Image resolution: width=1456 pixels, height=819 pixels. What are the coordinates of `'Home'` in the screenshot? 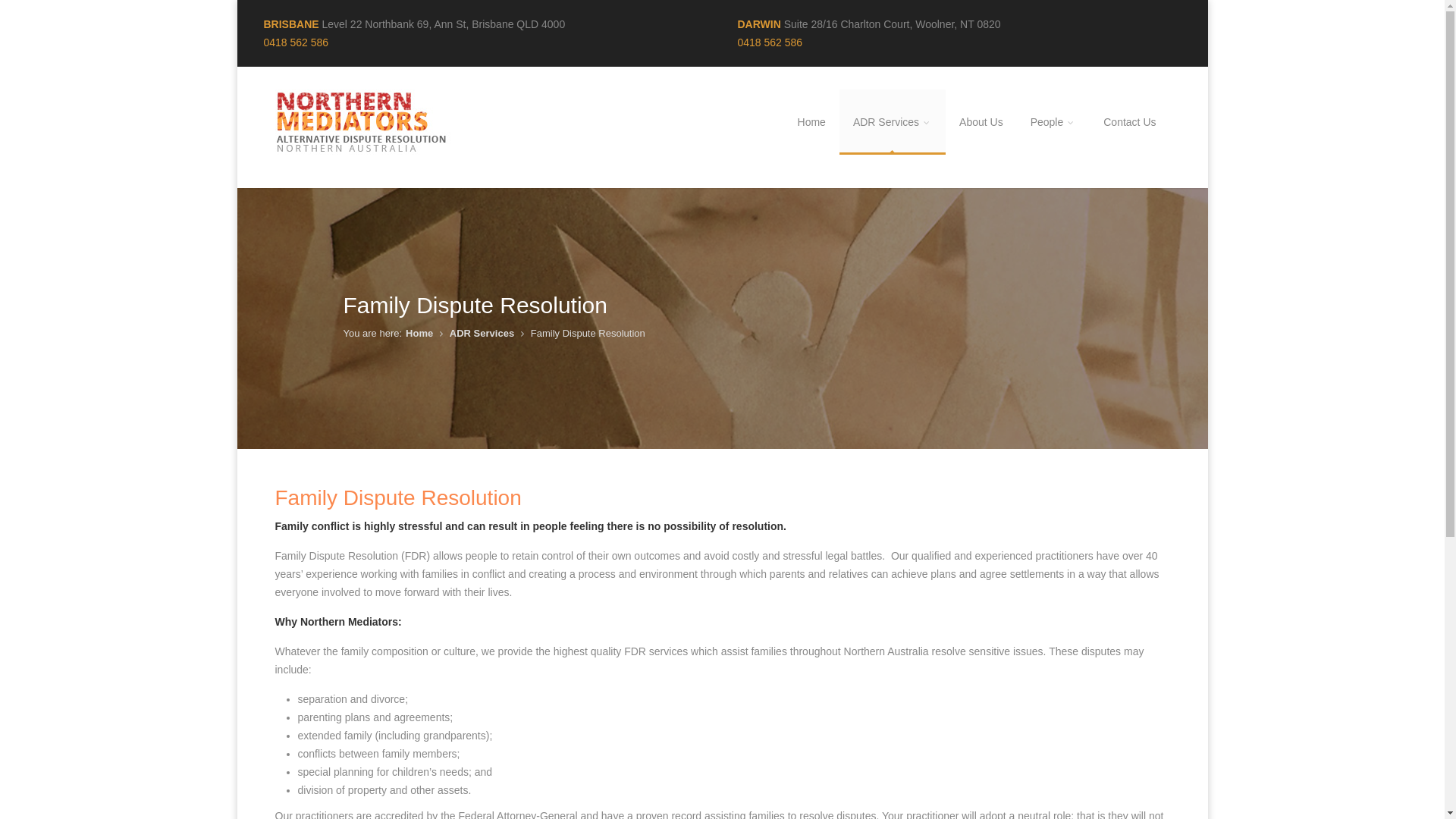 It's located at (419, 332).